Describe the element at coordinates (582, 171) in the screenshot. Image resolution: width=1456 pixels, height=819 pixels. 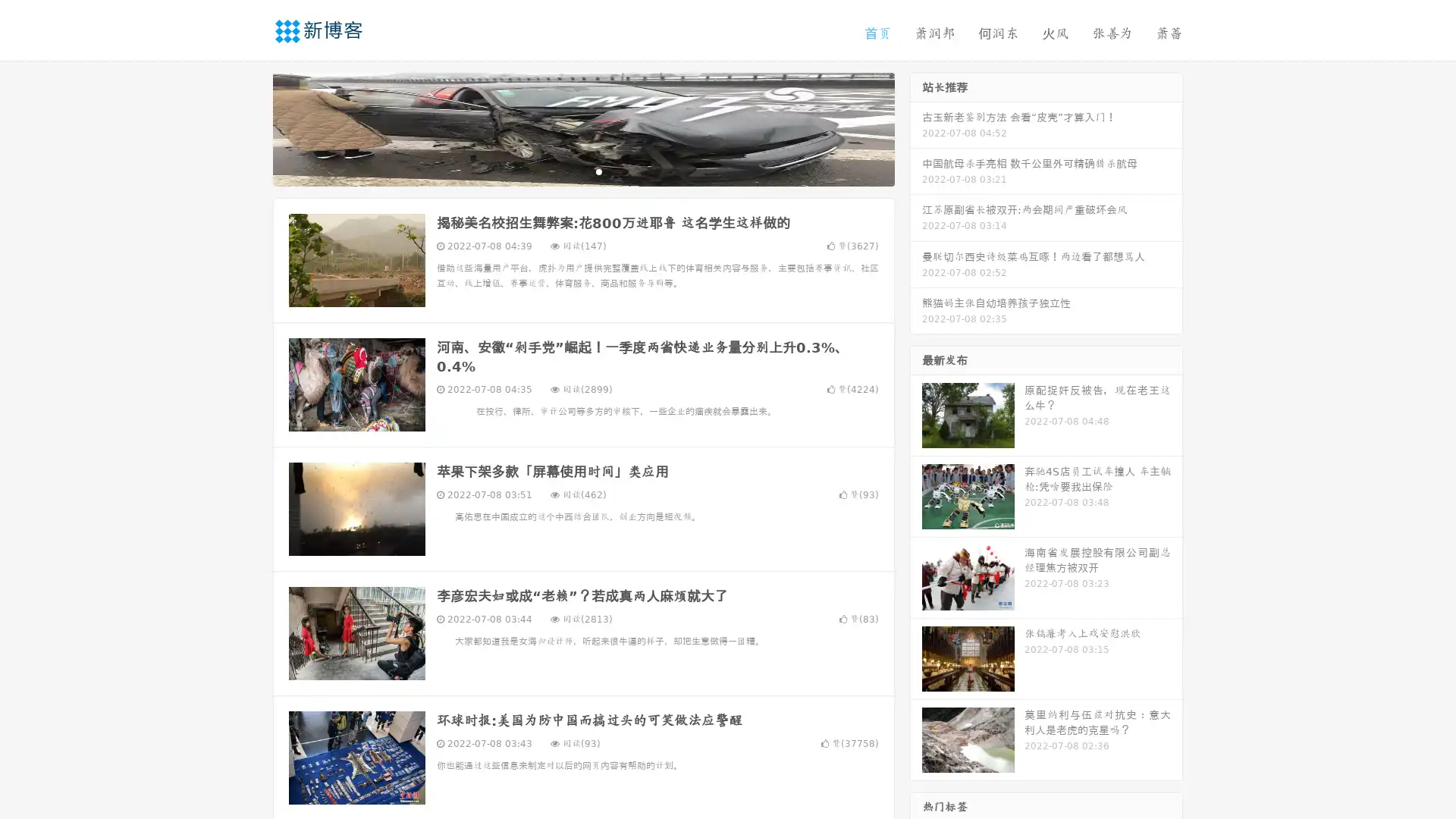
I see `Go to slide 2` at that location.